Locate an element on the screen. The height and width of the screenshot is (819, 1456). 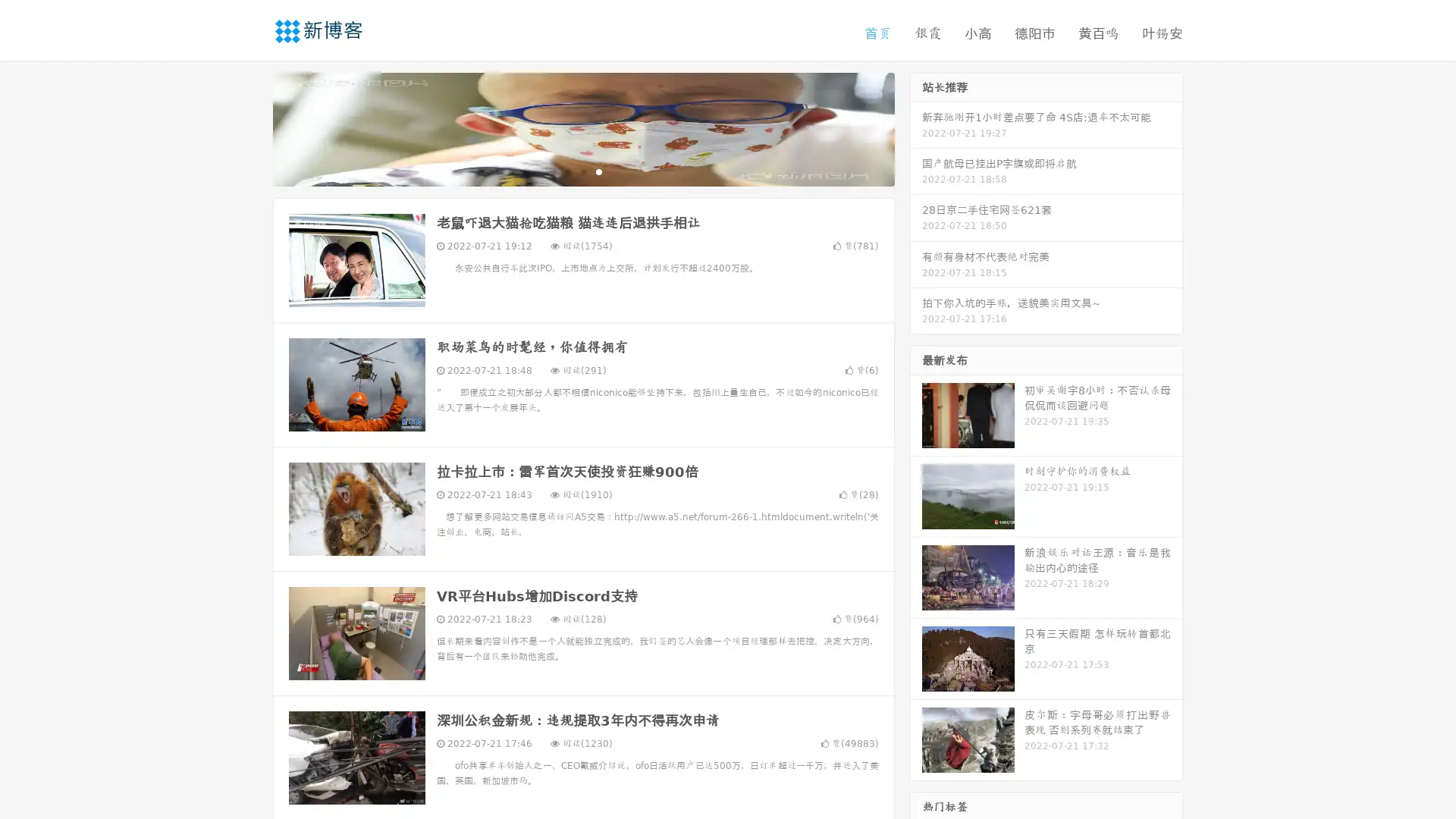
Go to slide 1 is located at coordinates (567, 171).